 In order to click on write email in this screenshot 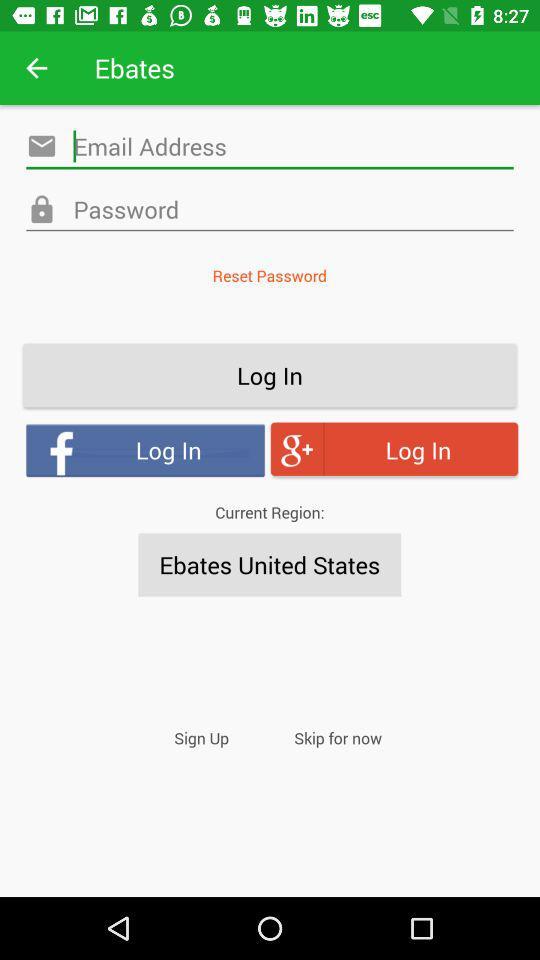, I will do `click(270, 145)`.